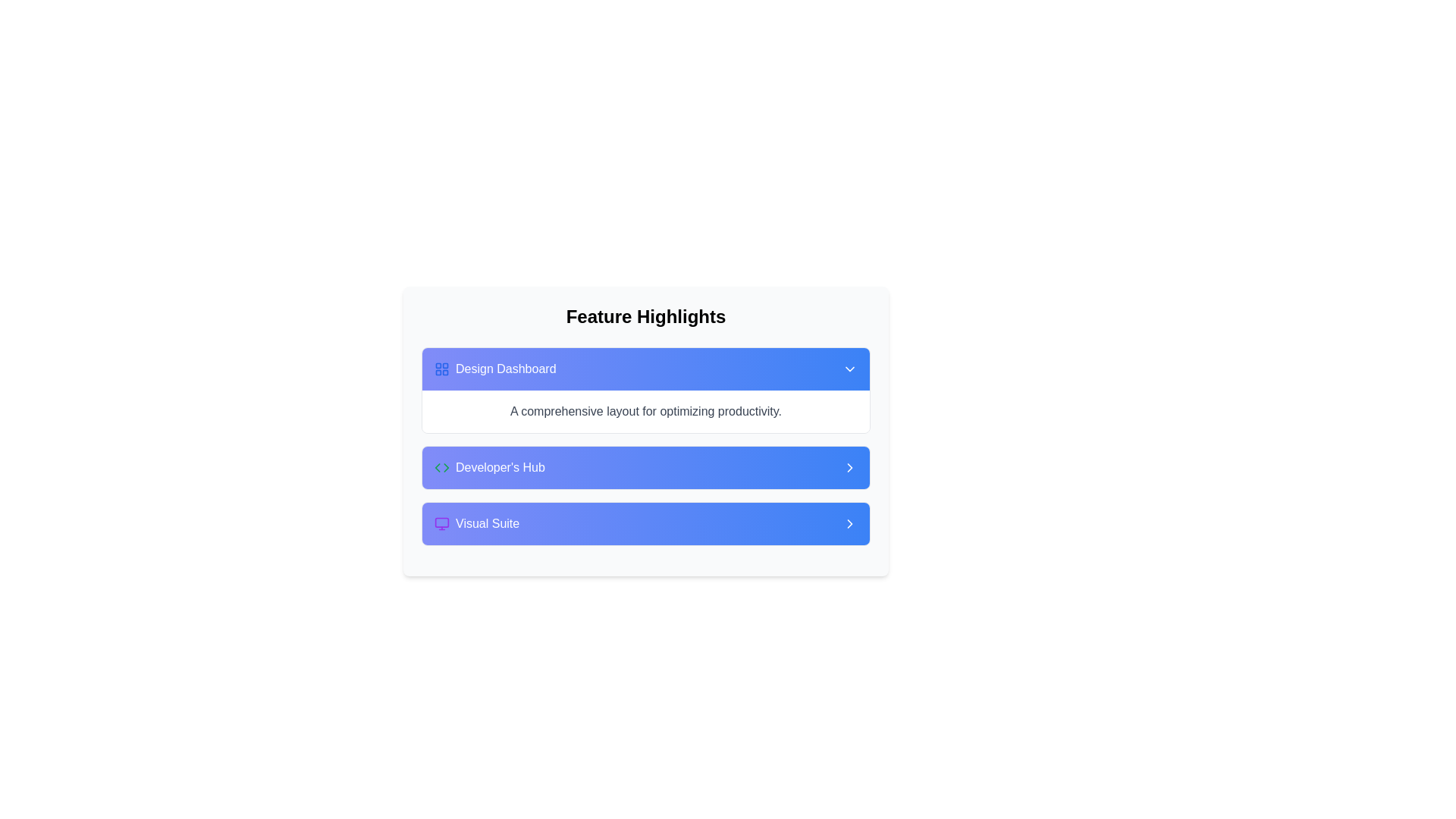 Image resolution: width=1456 pixels, height=819 pixels. What do you see at coordinates (437, 467) in the screenshot?
I see `the left chevron icon within the 'Developer's Hub' row of the feature highlights list` at bounding box center [437, 467].